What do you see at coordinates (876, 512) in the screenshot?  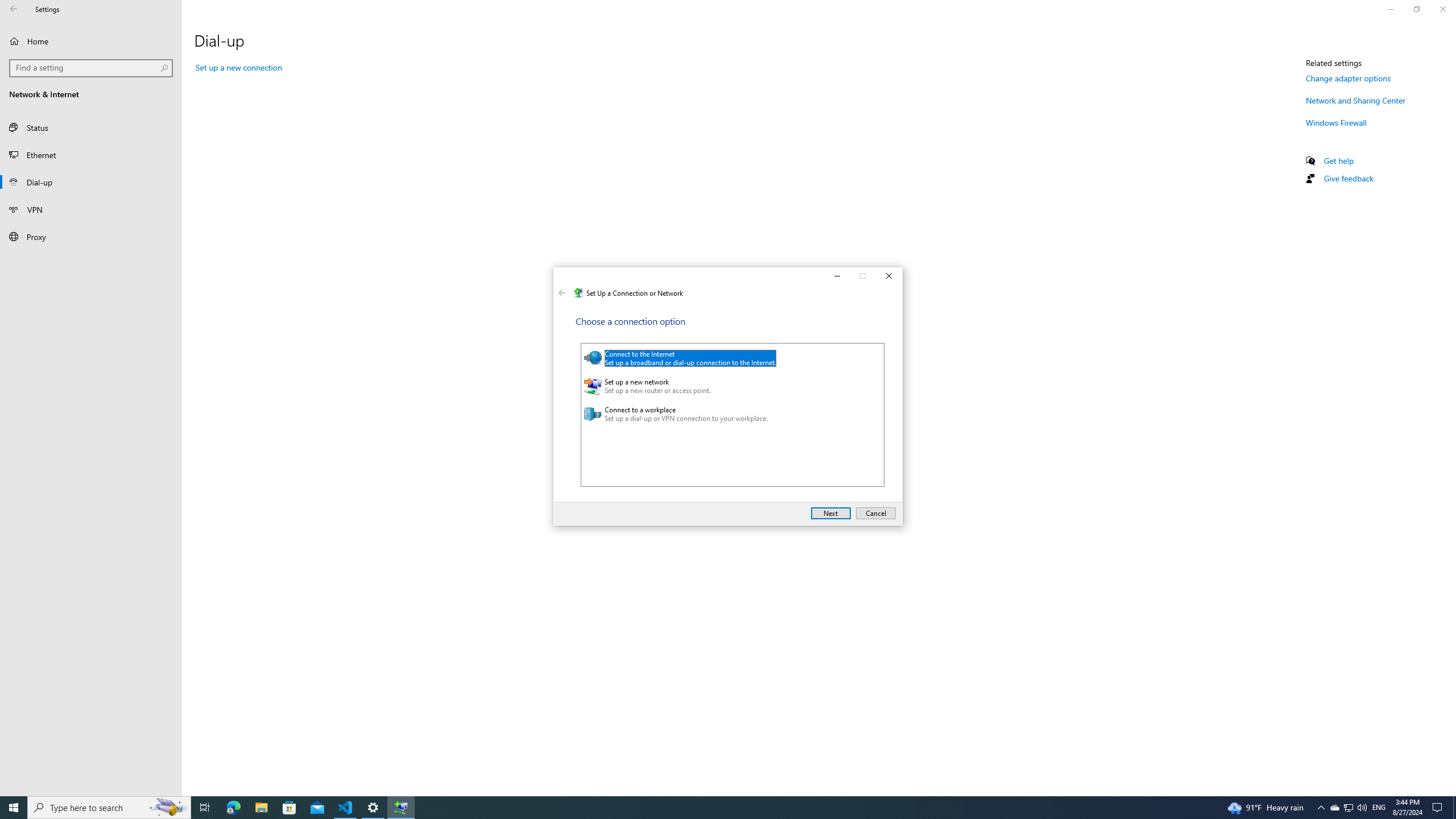 I see `'Cancel'` at bounding box center [876, 512].